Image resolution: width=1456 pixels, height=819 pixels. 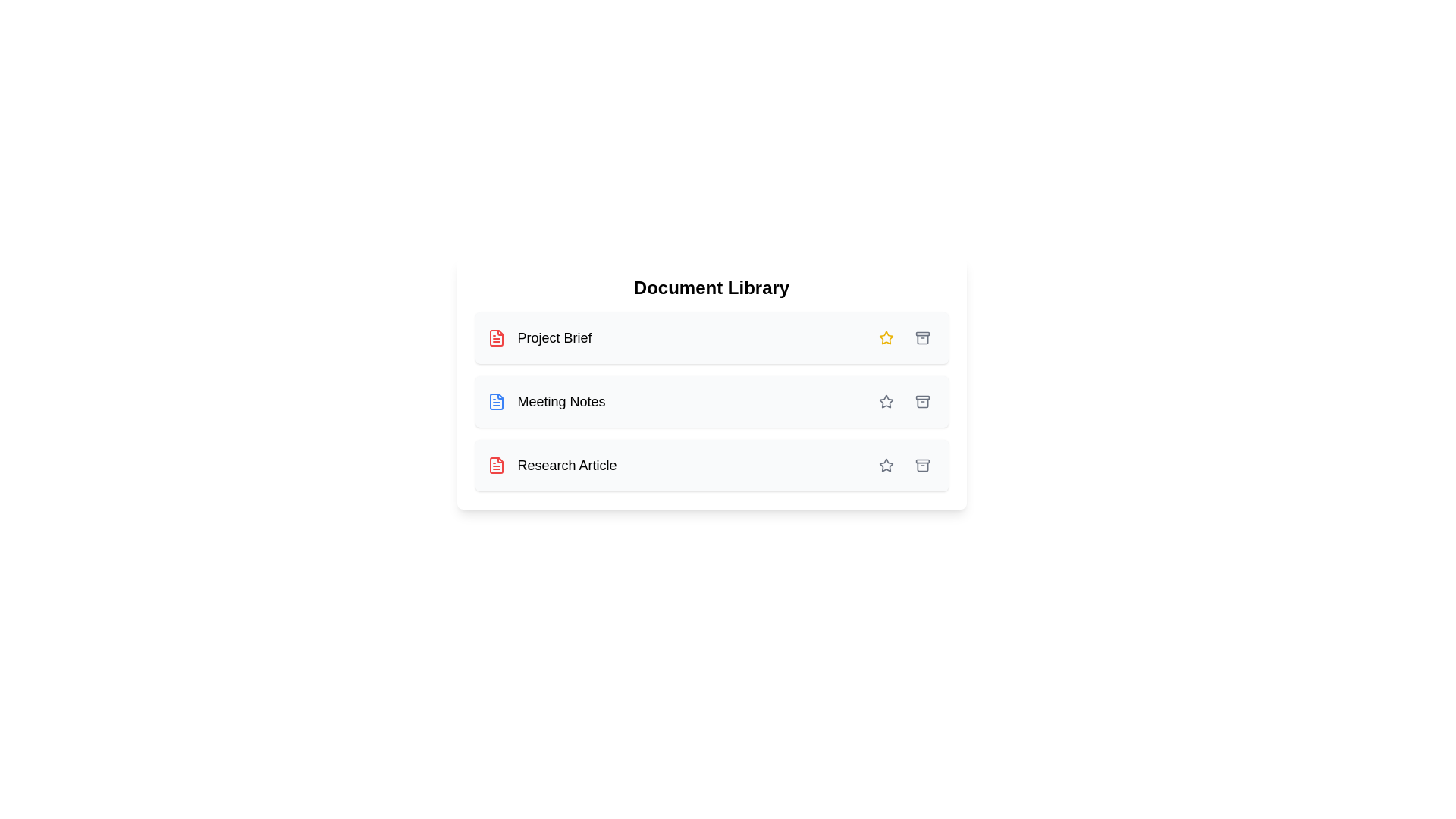 What do you see at coordinates (921, 464) in the screenshot?
I see `archive button for the document labeled Research Article` at bounding box center [921, 464].